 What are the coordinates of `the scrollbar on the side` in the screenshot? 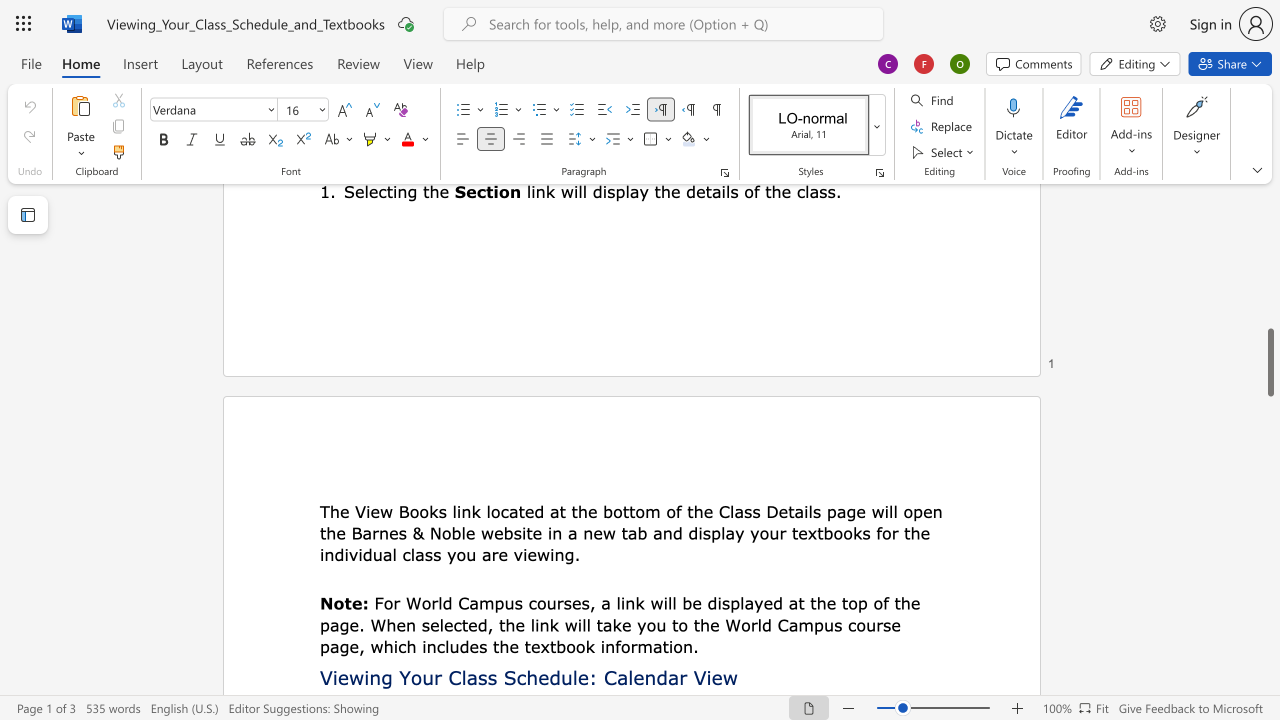 It's located at (1269, 360).